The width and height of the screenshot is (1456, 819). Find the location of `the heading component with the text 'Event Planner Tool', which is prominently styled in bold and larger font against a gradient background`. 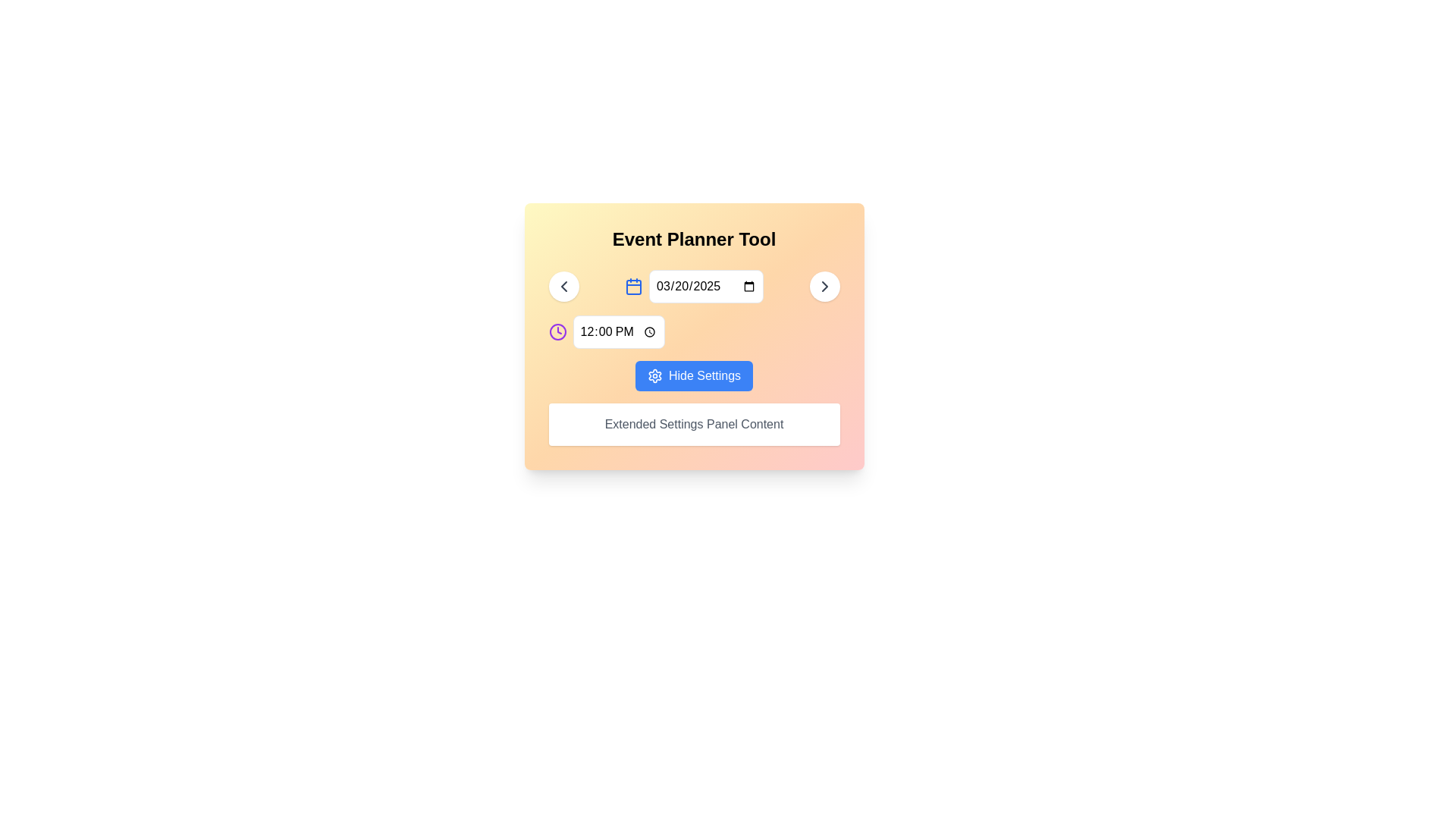

the heading component with the text 'Event Planner Tool', which is prominently styled in bold and larger font against a gradient background is located at coordinates (693, 239).